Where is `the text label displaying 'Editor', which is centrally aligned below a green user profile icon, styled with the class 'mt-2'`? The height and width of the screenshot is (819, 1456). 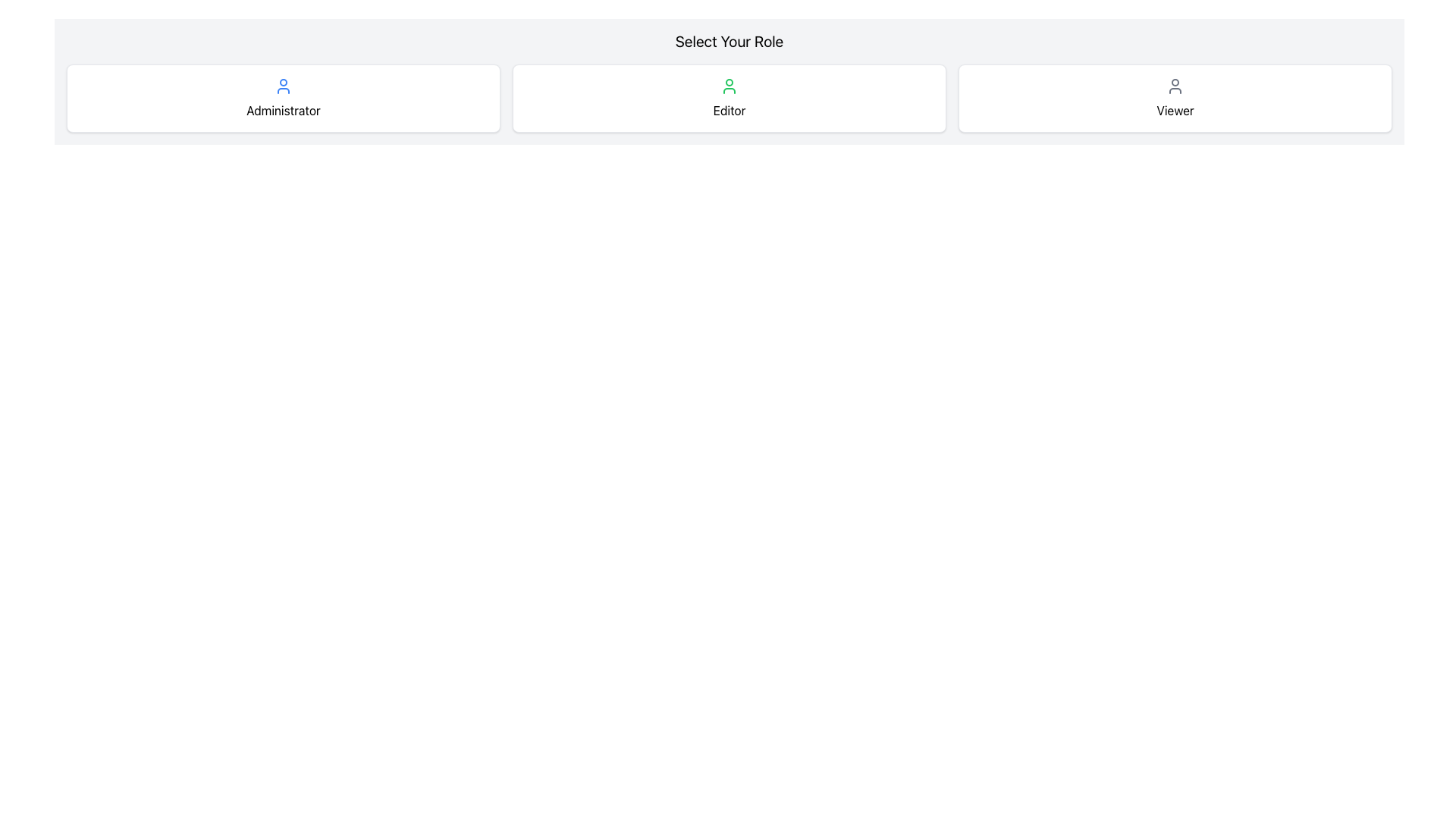
the text label displaying 'Editor', which is centrally aligned below a green user profile icon, styled with the class 'mt-2' is located at coordinates (729, 110).